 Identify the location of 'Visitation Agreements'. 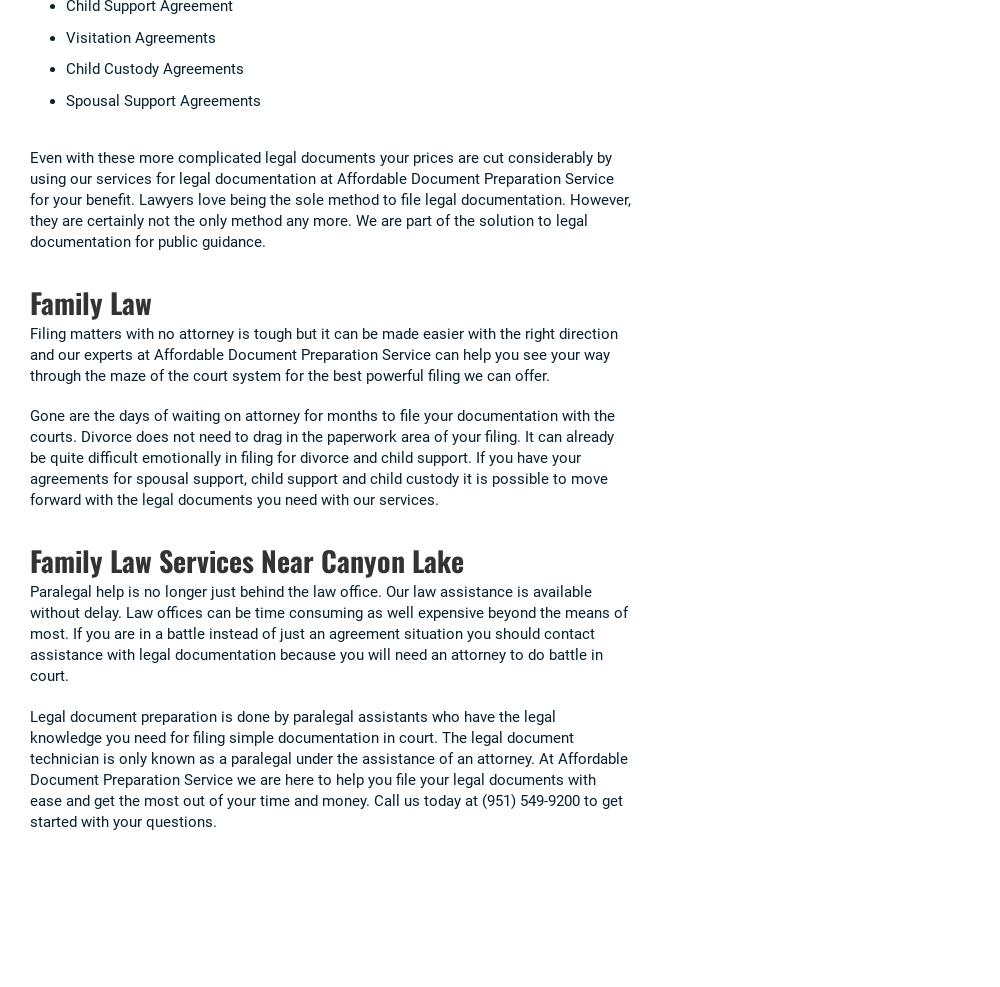
(141, 36).